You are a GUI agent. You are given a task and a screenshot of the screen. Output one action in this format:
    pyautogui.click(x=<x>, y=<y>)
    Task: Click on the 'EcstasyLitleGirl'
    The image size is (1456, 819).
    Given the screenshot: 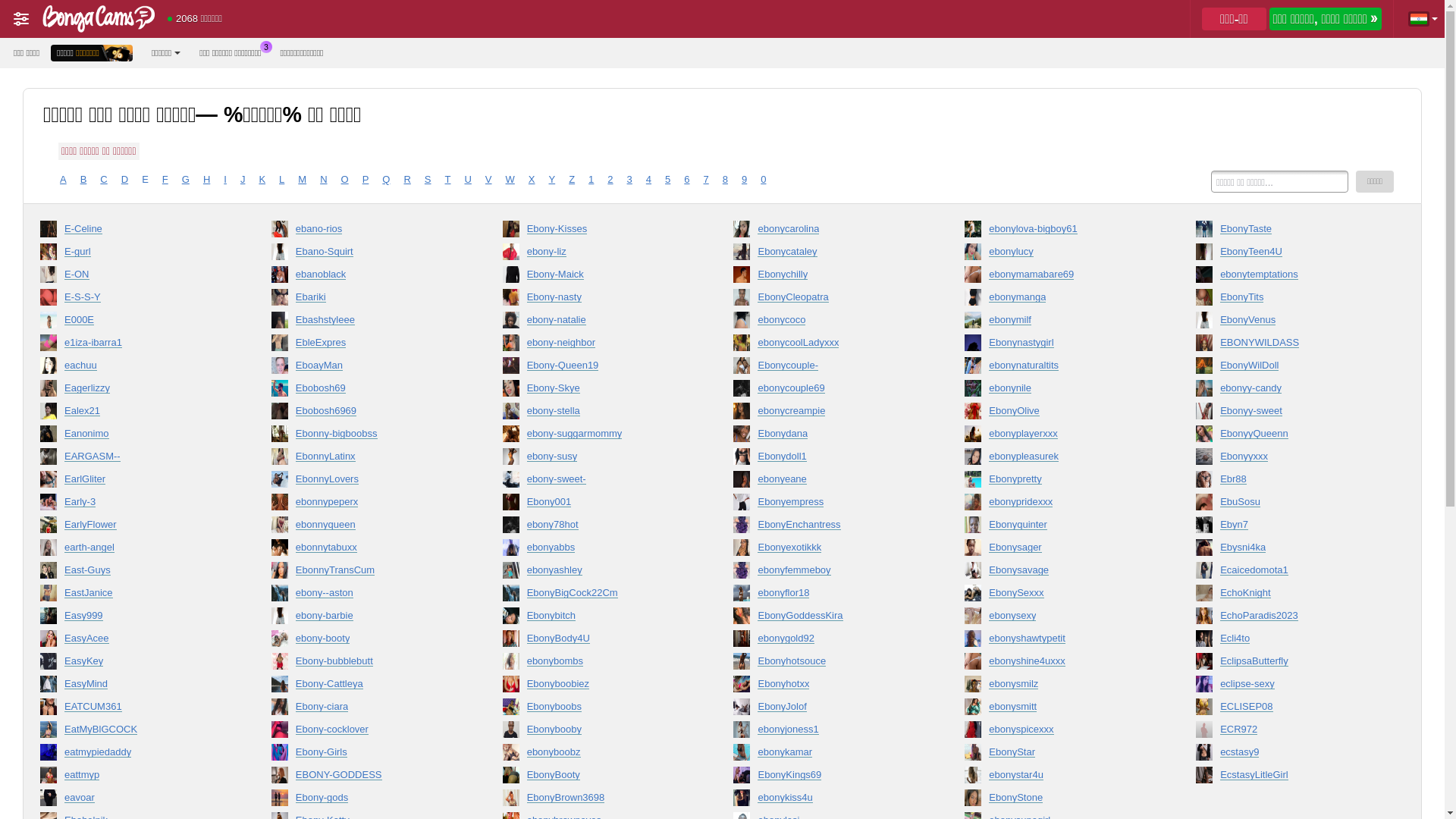 What is the action you would take?
    pyautogui.click(x=1195, y=778)
    